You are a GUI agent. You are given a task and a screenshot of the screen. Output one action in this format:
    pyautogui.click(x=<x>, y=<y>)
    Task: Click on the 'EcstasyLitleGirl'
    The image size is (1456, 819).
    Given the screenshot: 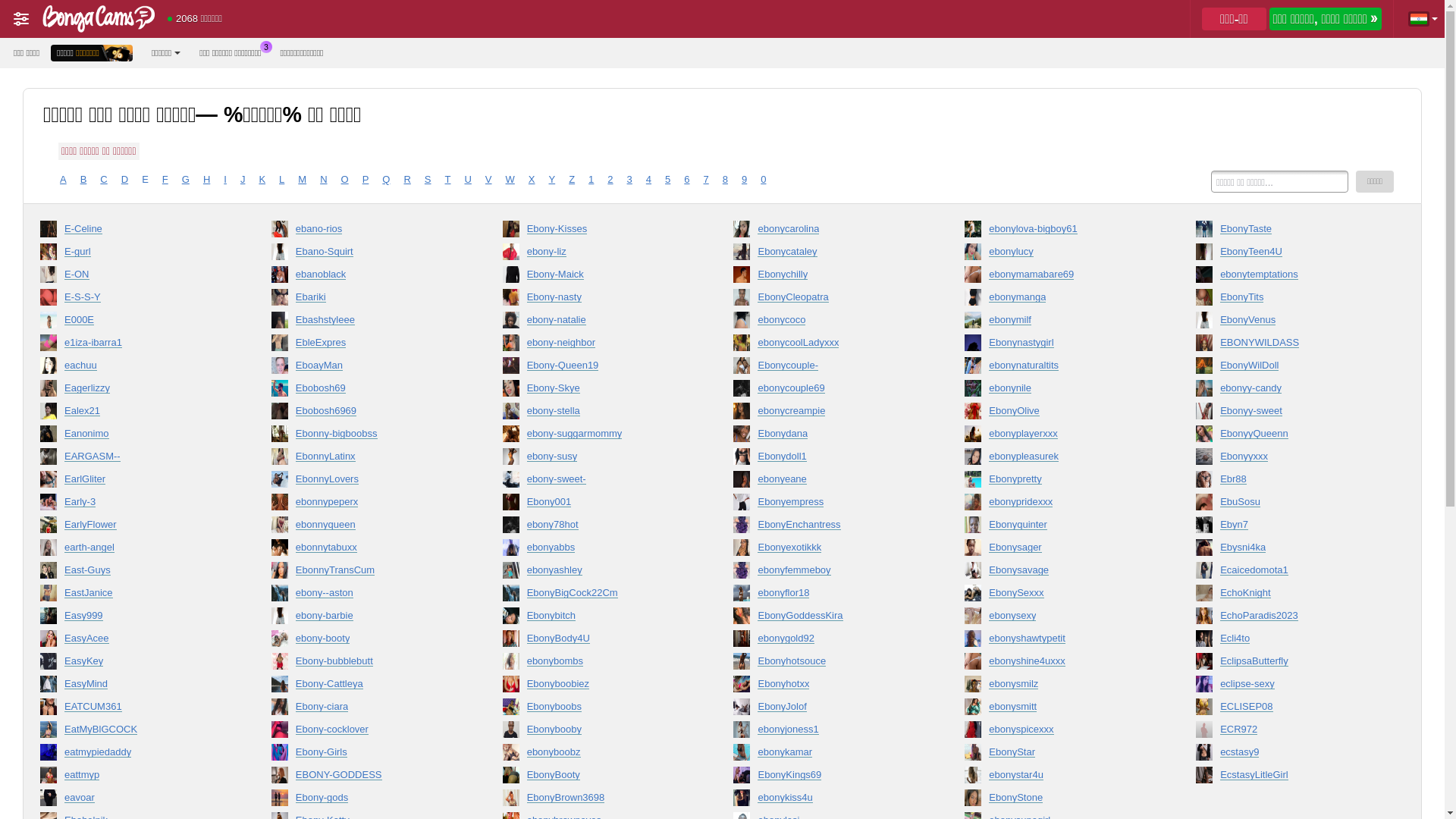 What is the action you would take?
    pyautogui.click(x=1195, y=778)
    